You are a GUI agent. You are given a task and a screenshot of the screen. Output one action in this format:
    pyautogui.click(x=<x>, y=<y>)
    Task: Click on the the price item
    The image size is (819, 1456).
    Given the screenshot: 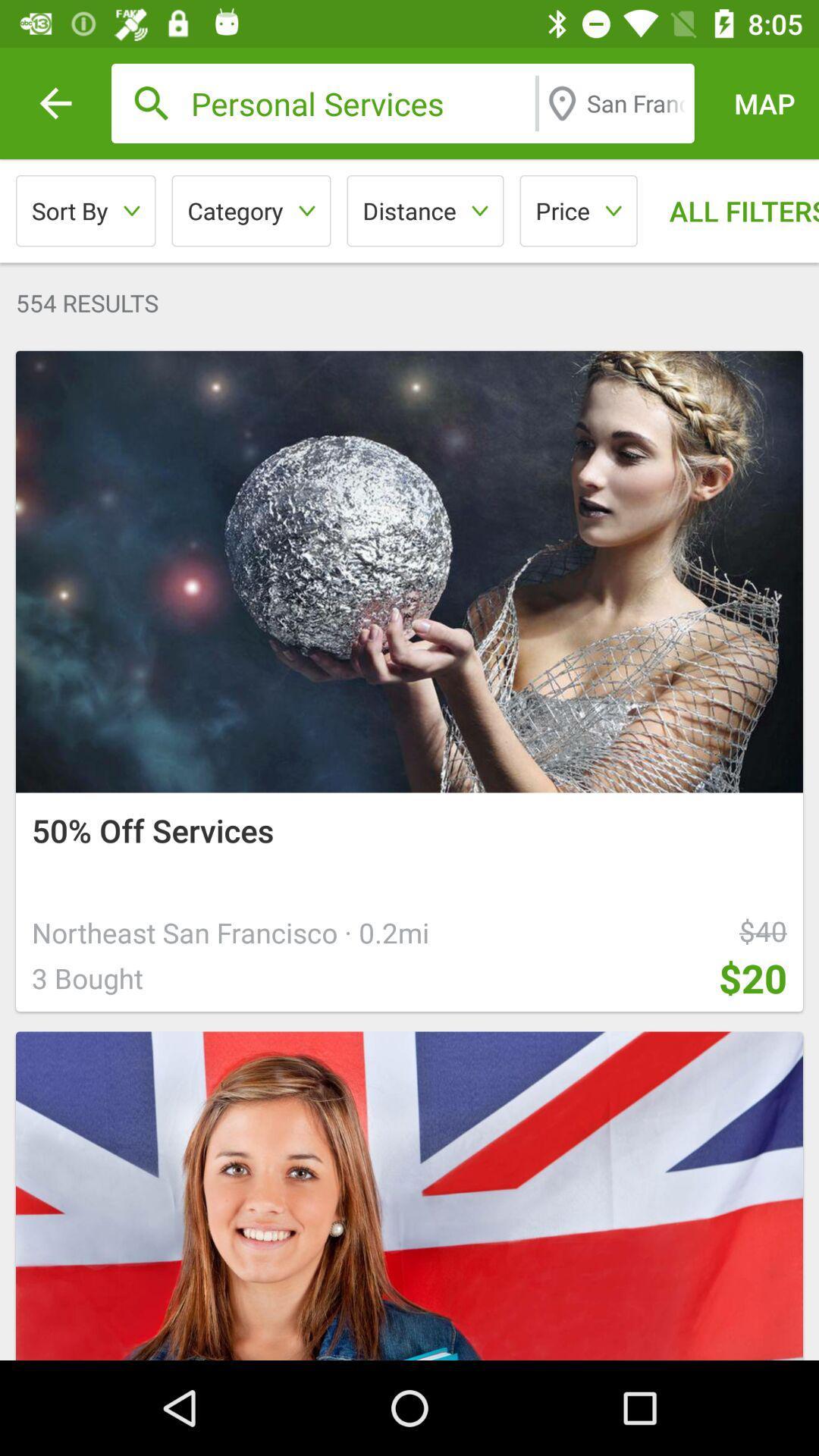 What is the action you would take?
    pyautogui.click(x=579, y=210)
    